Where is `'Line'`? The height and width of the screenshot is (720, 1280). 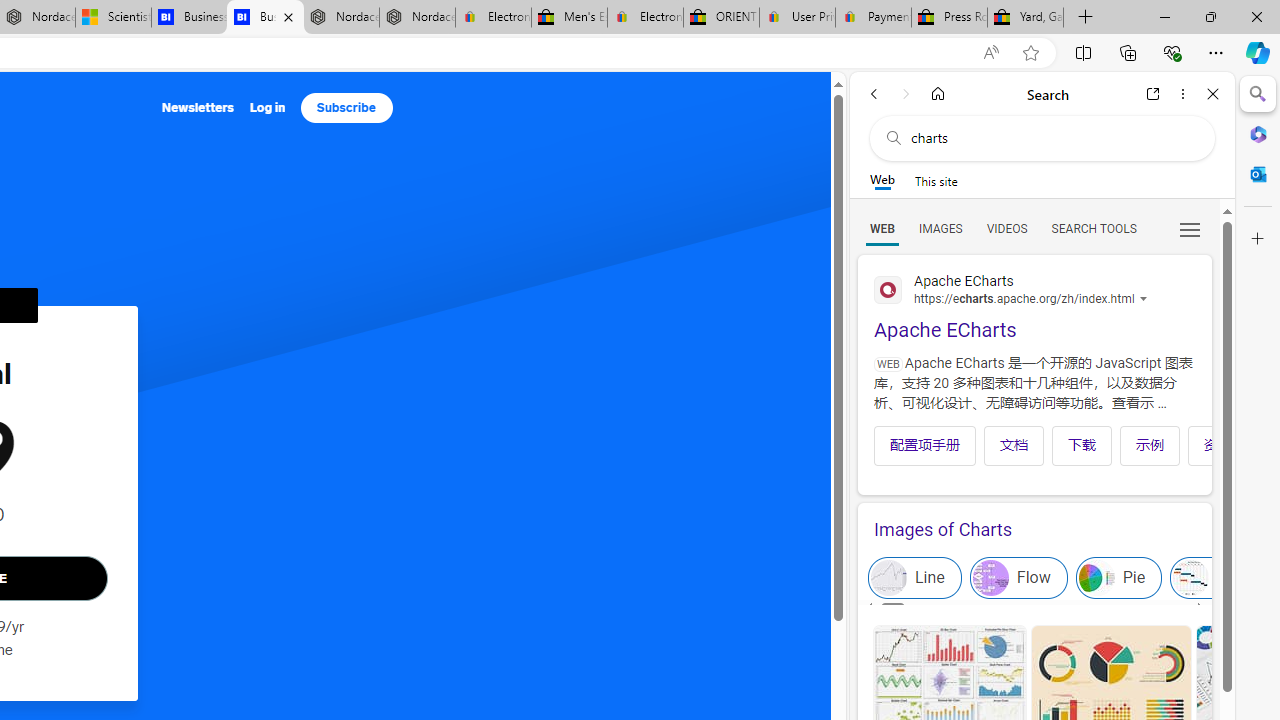
'Line' is located at coordinates (914, 578).